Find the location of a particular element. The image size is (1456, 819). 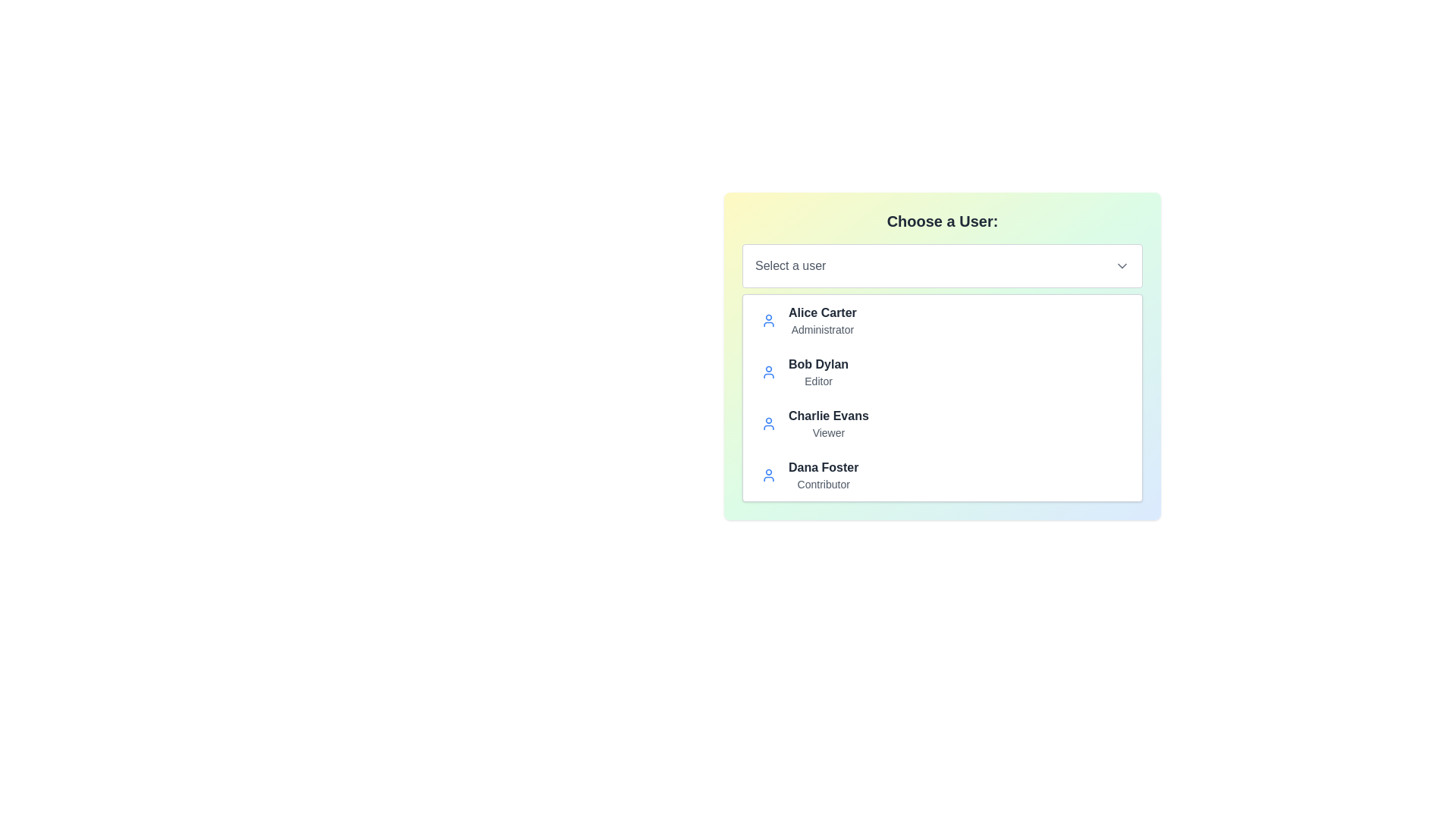

the text label displaying 'Bob Dylan', 'Editor' in the user selection list within the dropdown modal is located at coordinates (817, 372).